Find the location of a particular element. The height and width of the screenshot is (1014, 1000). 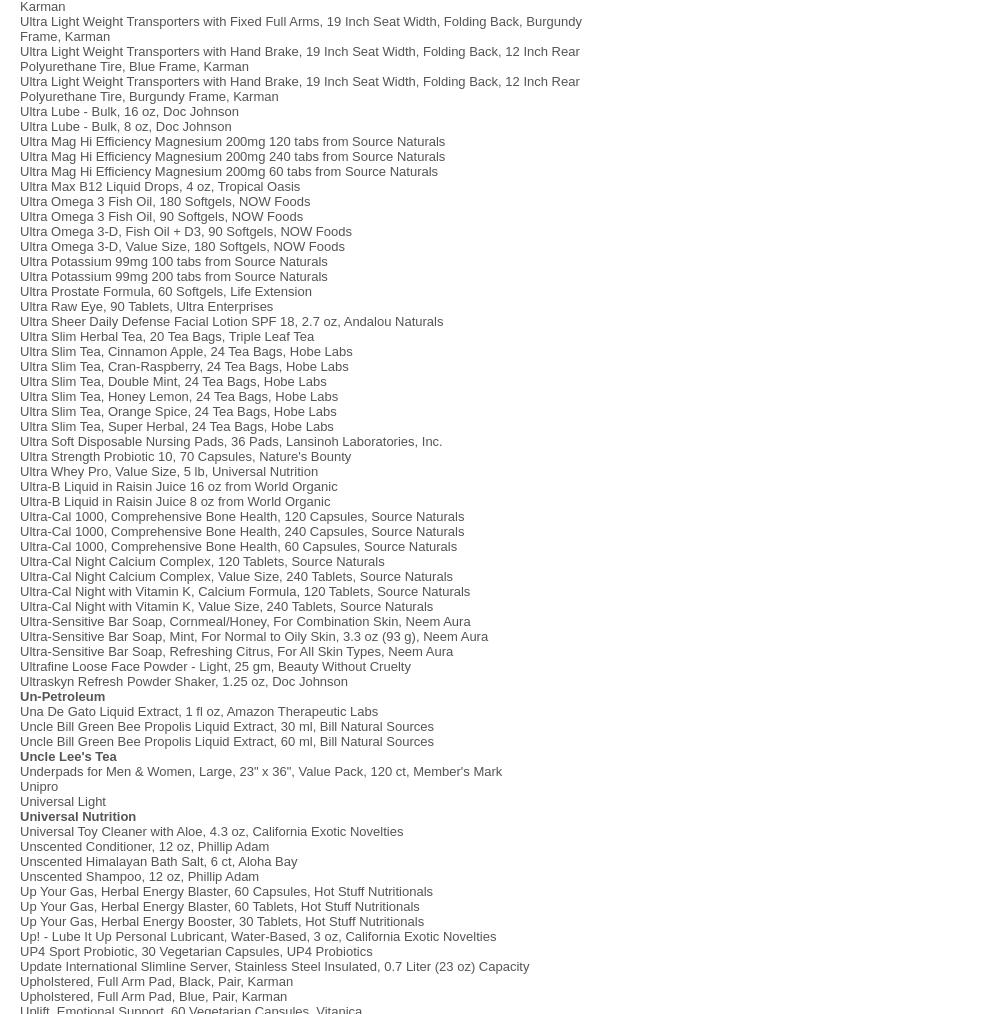

'Ultra Slim Tea, Orange Spice, 24 Tea Bags, Hobe Labs' is located at coordinates (178, 410).